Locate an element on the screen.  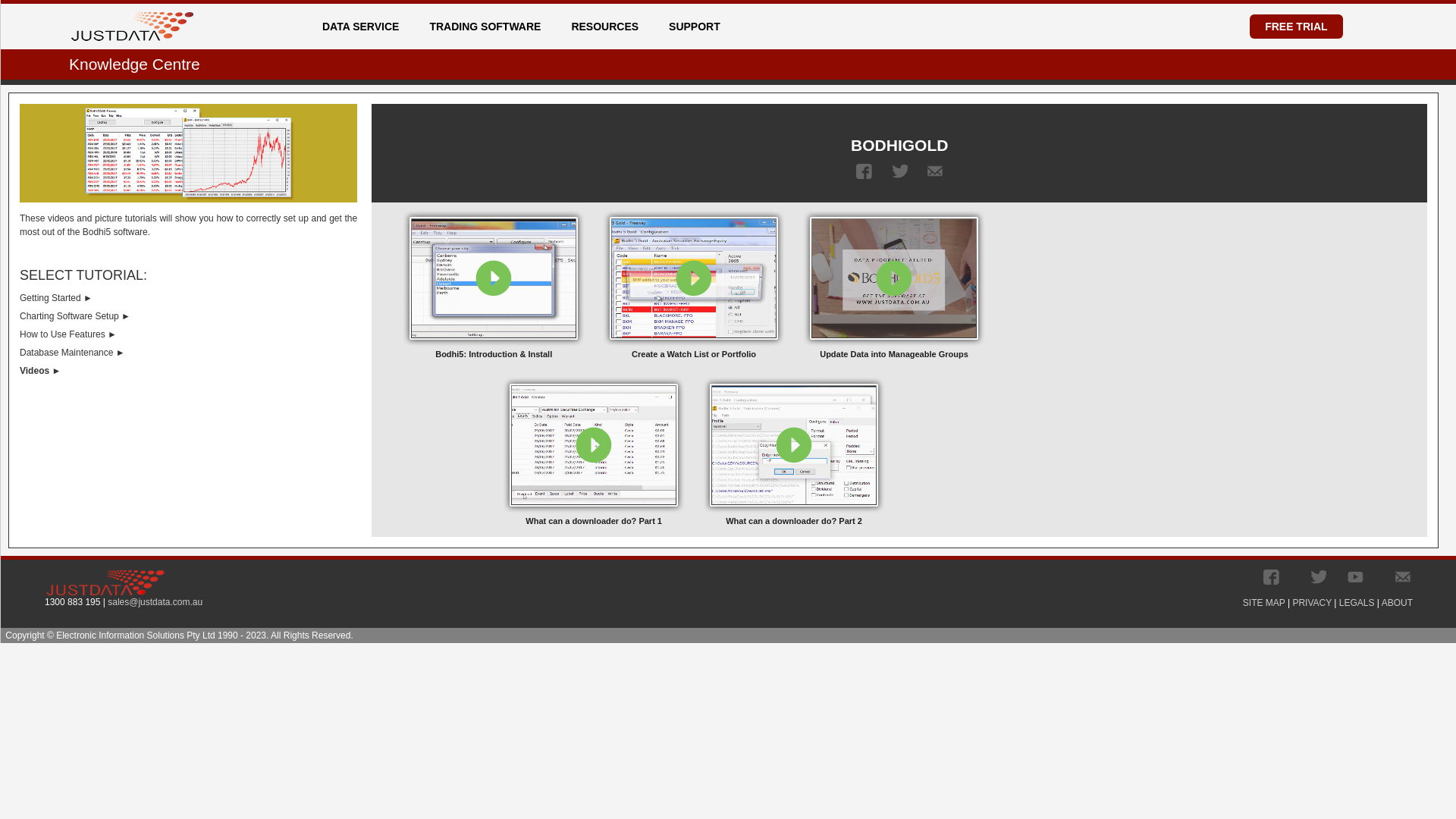
'Home Page' is located at coordinates (132, 26).